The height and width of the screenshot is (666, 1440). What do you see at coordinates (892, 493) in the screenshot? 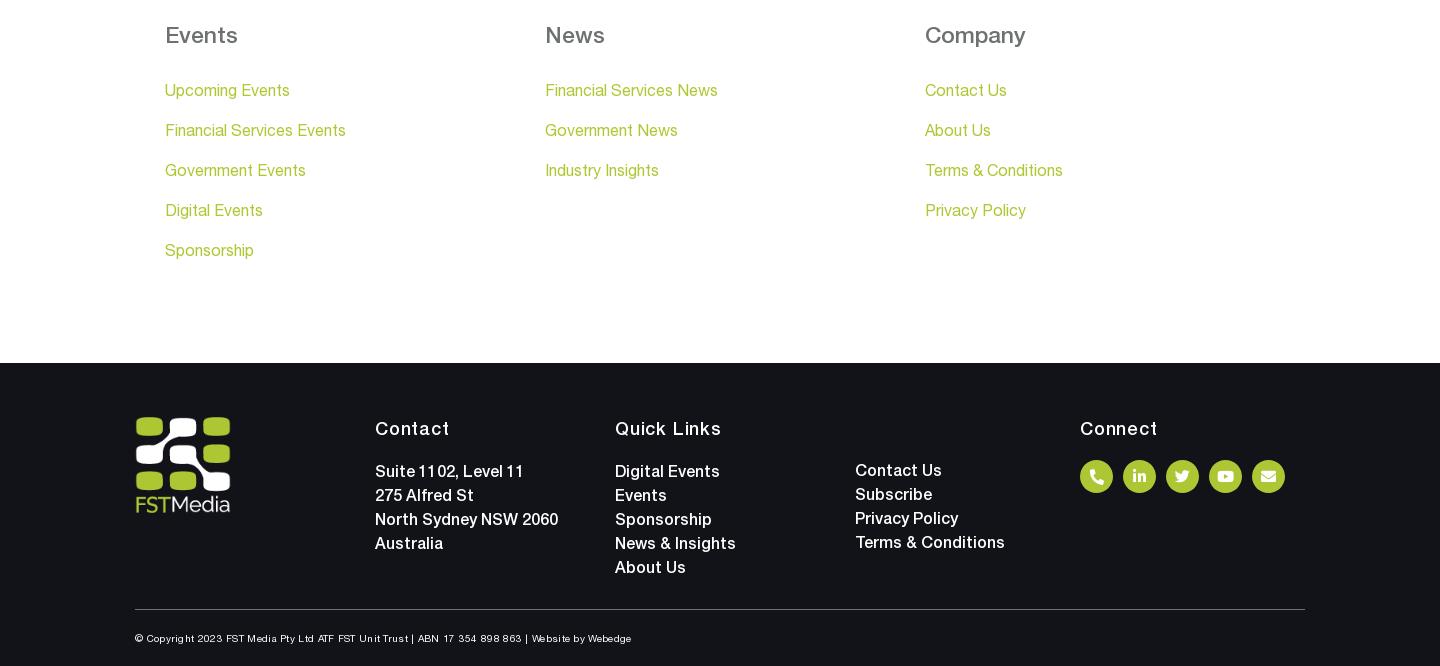
I see `'Subscribe'` at bounding box center [892, 493].